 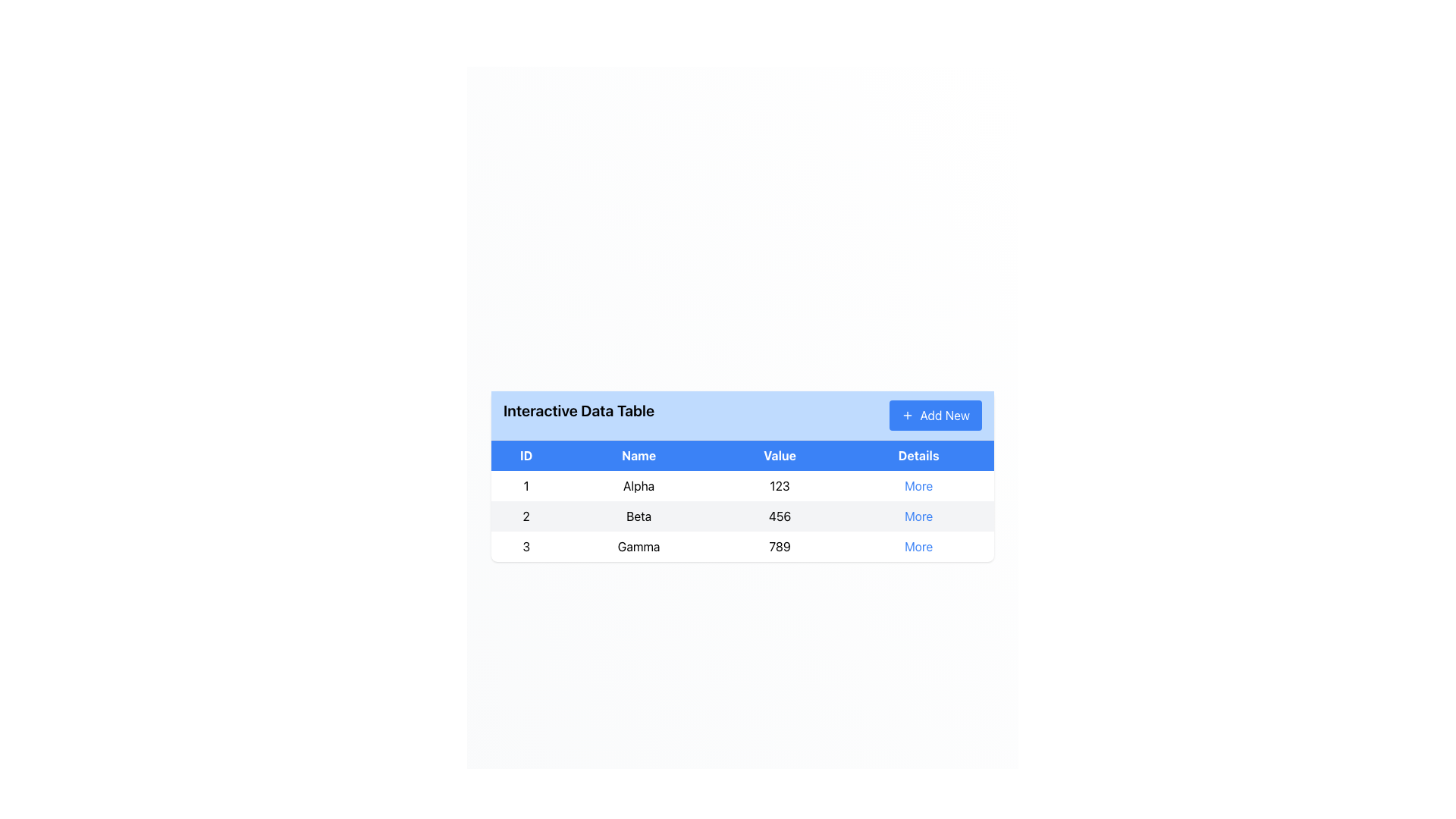 What do you see at coordinates (918, 485) in the screenshot?
I see `the interactive Text link or button in the last column of the first row of the table` at bounding box center [918, 485].